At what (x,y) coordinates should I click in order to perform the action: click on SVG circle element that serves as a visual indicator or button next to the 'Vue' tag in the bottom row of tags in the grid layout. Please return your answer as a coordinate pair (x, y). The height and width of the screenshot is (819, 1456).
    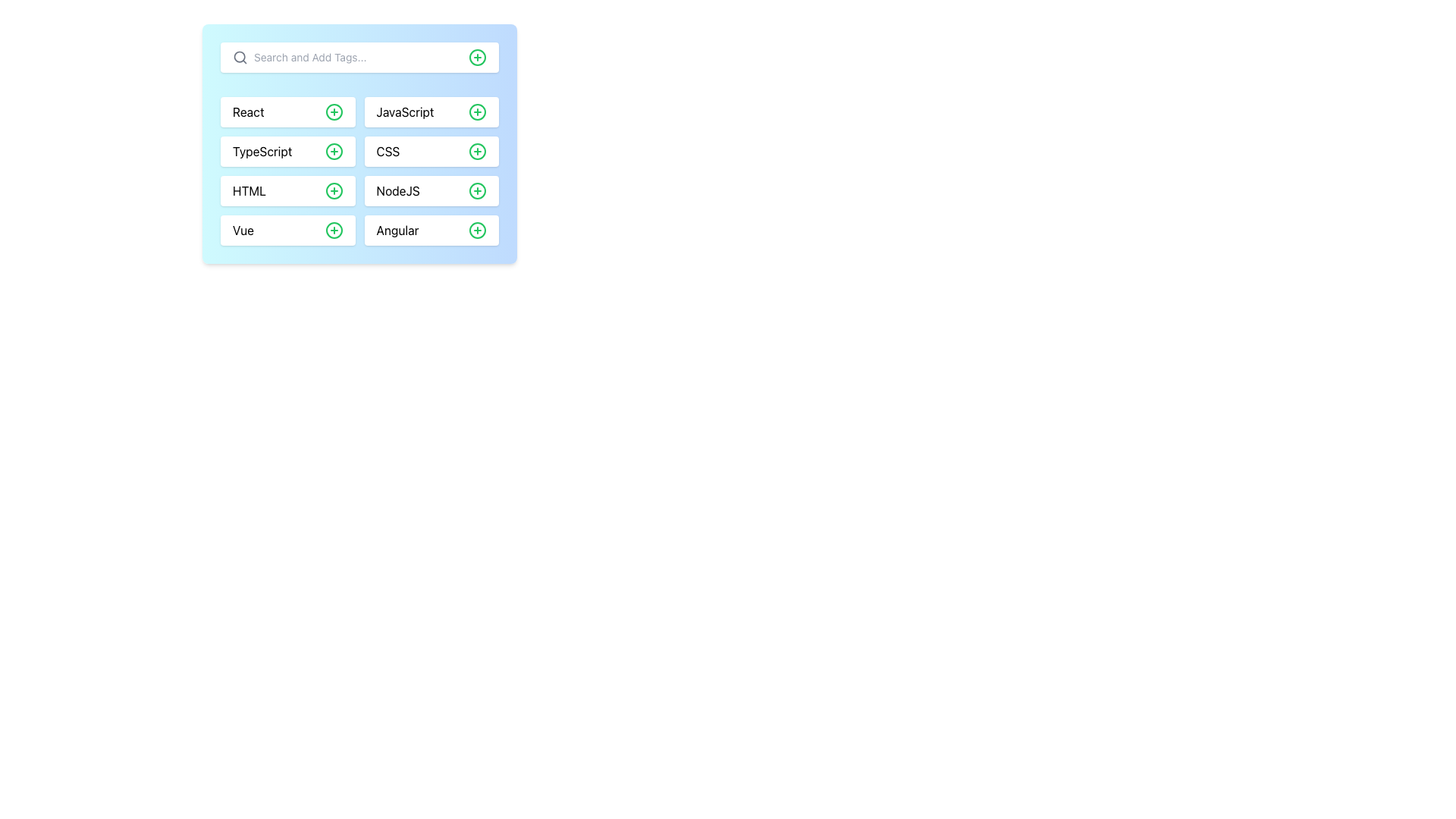
    Looking at the image, I should click on (333, 231).